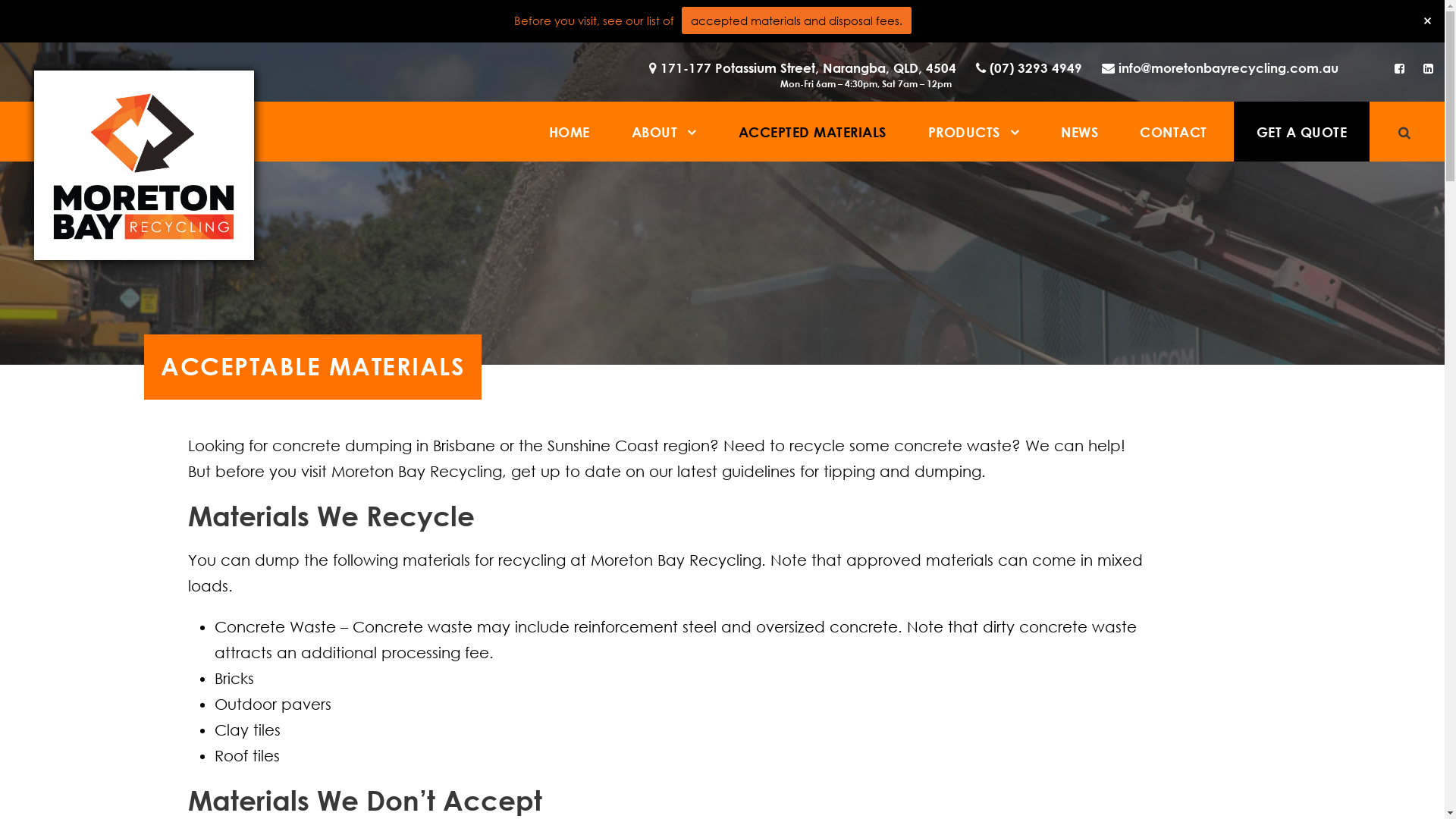 Image resolution: width=1456 pixels, height=819 pixels. Describe the element at coordinates (1301, 130) in the screenshot. I see `'GET A QUOTE'` at that location.